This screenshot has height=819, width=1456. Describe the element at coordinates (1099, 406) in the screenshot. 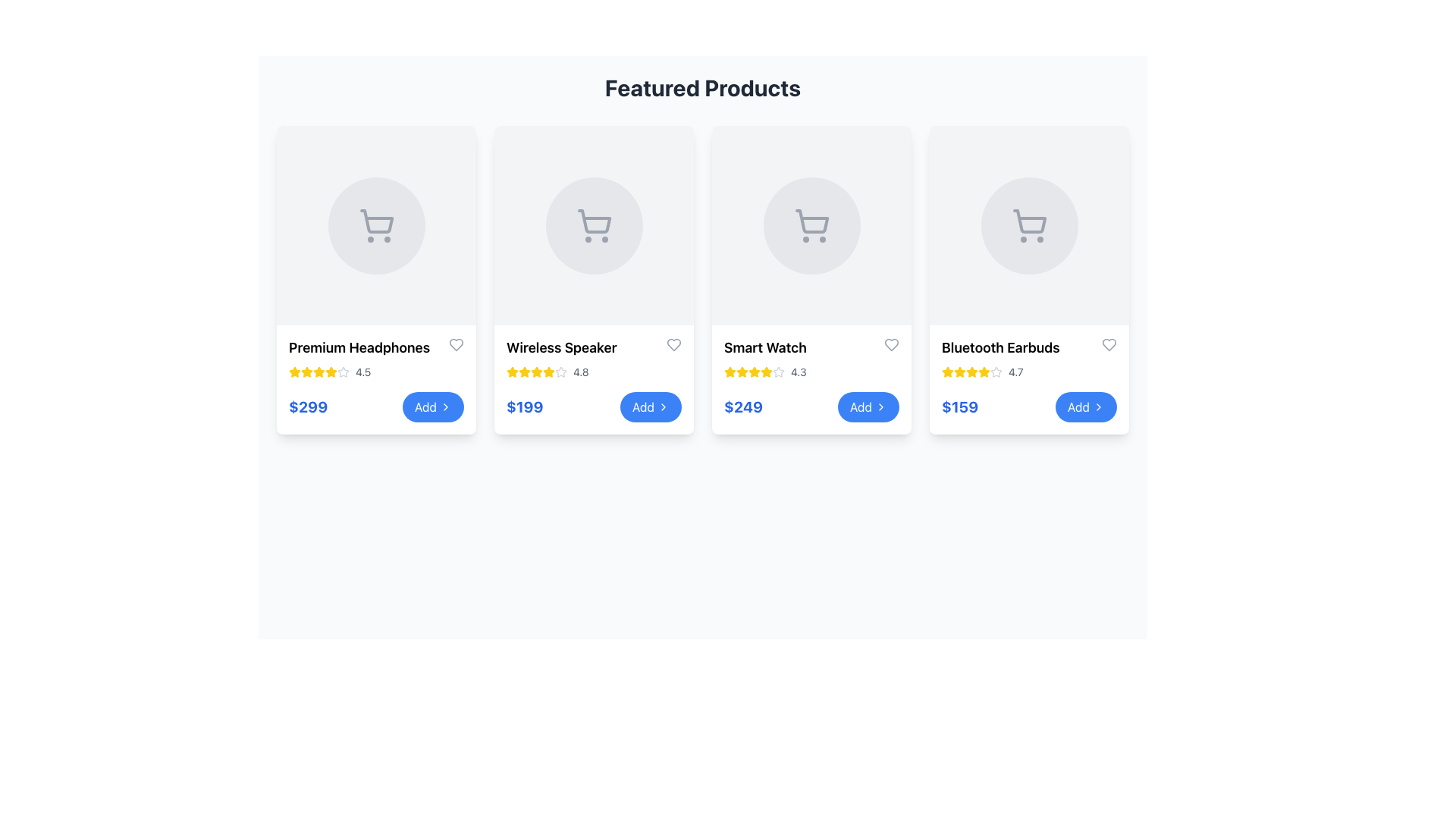

I see `the right-pointing arrow icon on the blue 'Add' button for 'Bluetooth Earbuds' to initiate the command associated with this button` at that location.